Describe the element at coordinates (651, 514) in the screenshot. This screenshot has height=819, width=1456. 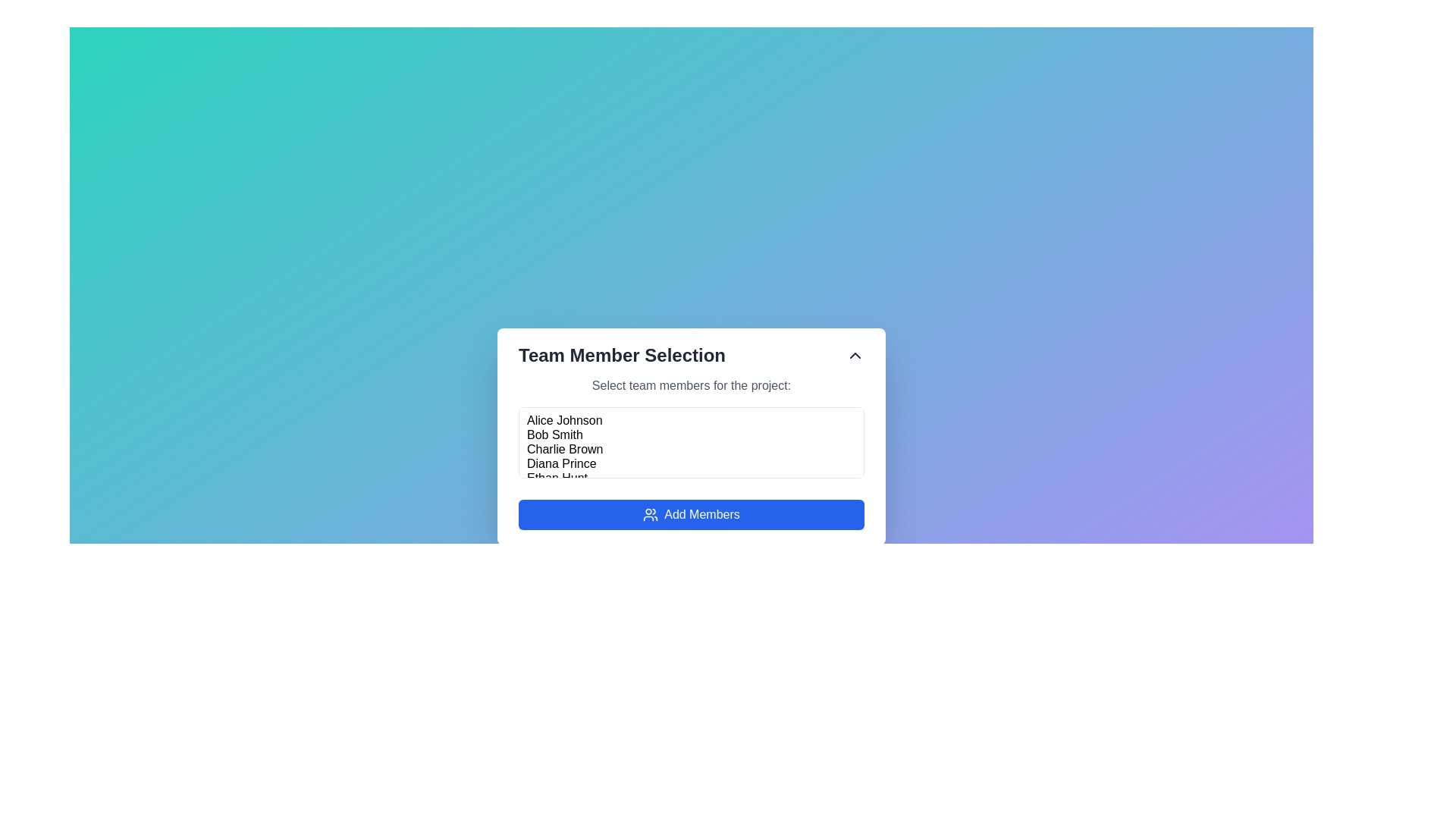
I see `the icon representing a group of people on the blue button labeled 'Add Members' at the bottom of the 'Team Member Selection' modal` at that location.